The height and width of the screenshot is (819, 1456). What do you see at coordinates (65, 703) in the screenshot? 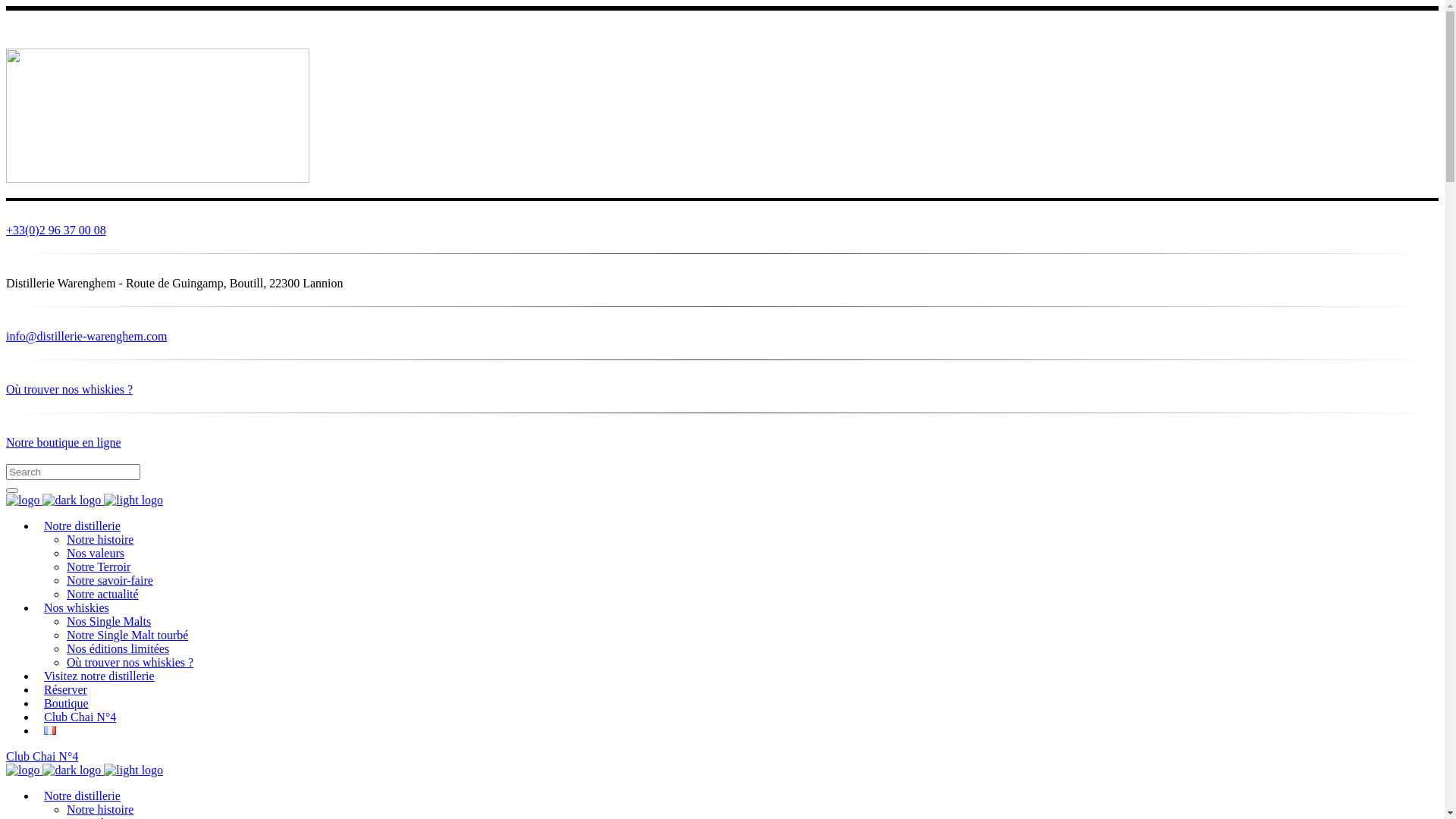
I see `'Boutique'` at bounding box center [65, 703].